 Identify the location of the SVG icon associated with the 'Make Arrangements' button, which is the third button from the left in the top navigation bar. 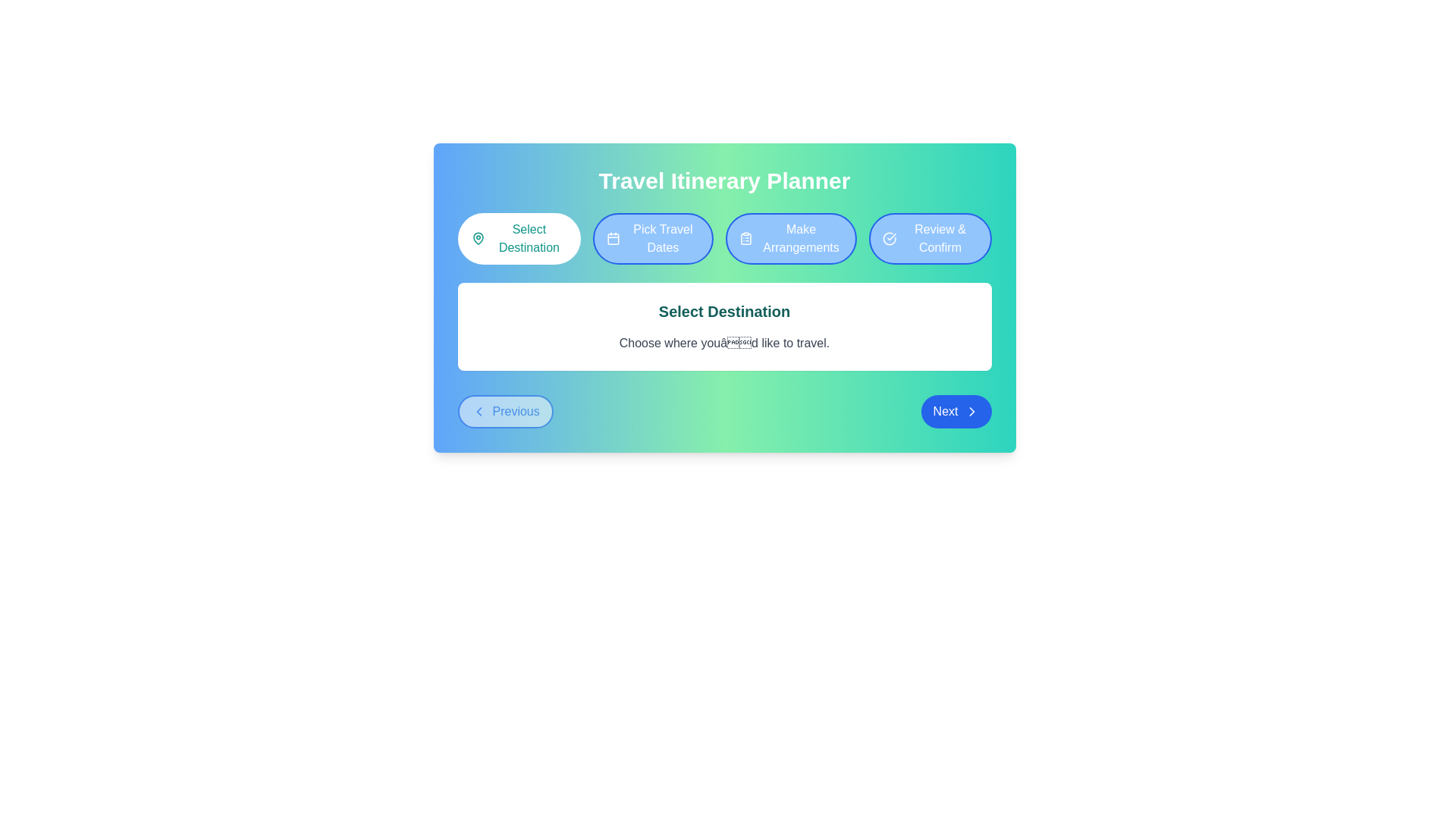
(745, 239).